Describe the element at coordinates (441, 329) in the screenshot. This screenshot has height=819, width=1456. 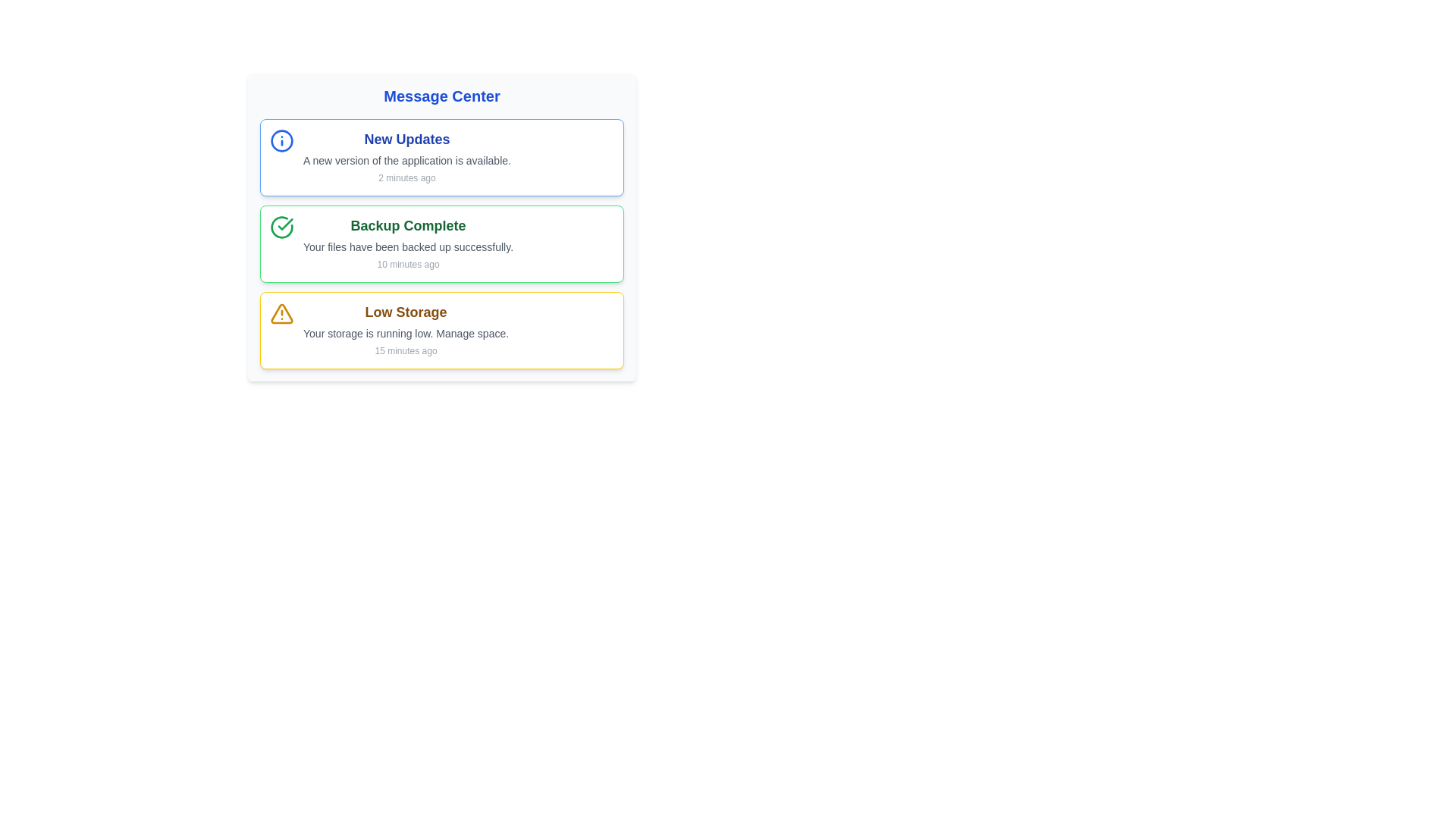
I see `details of the notification card that alerts the user about low storage, positioned as the third notification in a vertical stack beneath 'Backup Complete'` at that location.